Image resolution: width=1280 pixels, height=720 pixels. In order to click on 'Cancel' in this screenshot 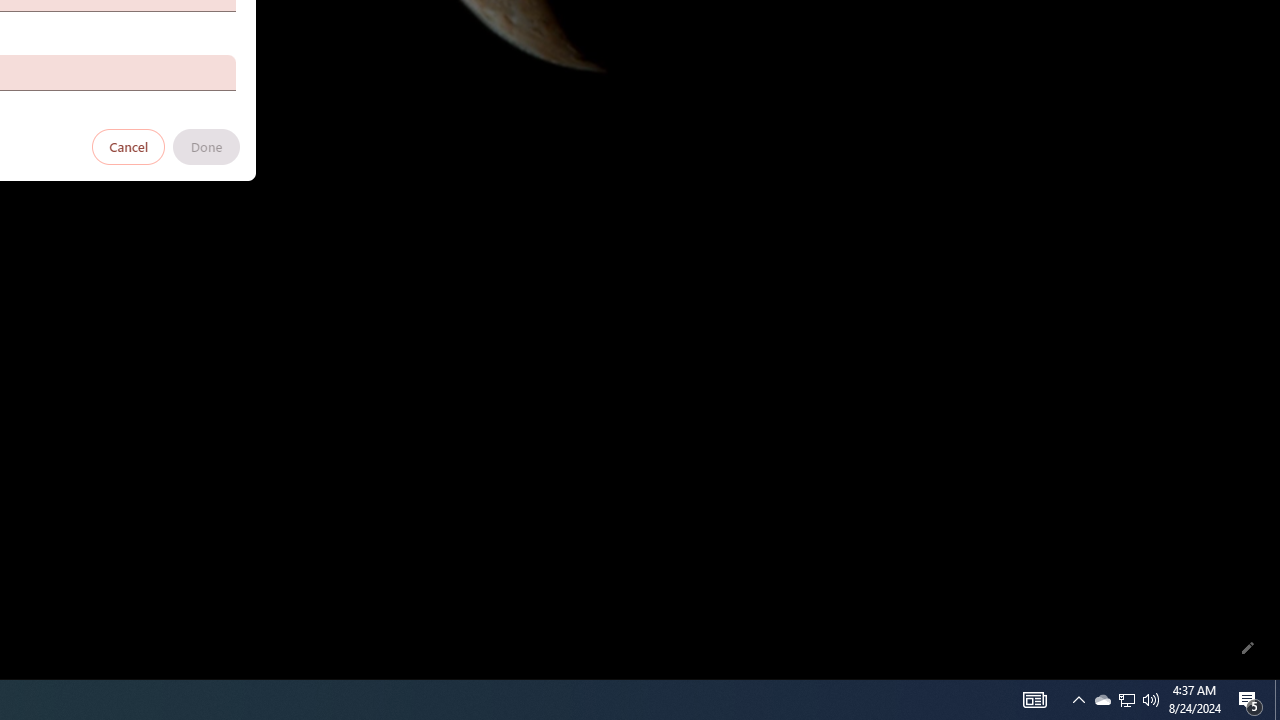, I will do `click(128, 145)`.